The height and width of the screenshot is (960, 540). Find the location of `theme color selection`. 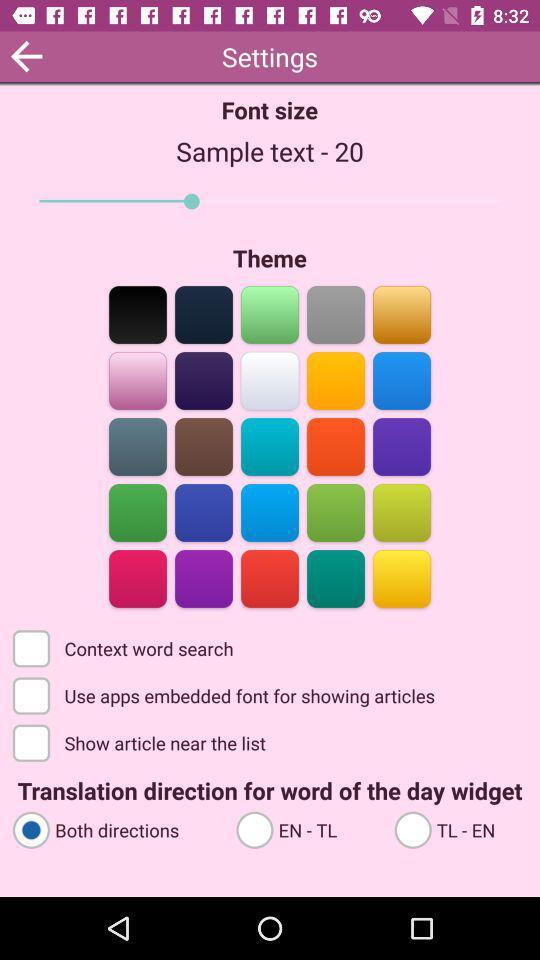

theme color selection is located at coordinates (270, 510).